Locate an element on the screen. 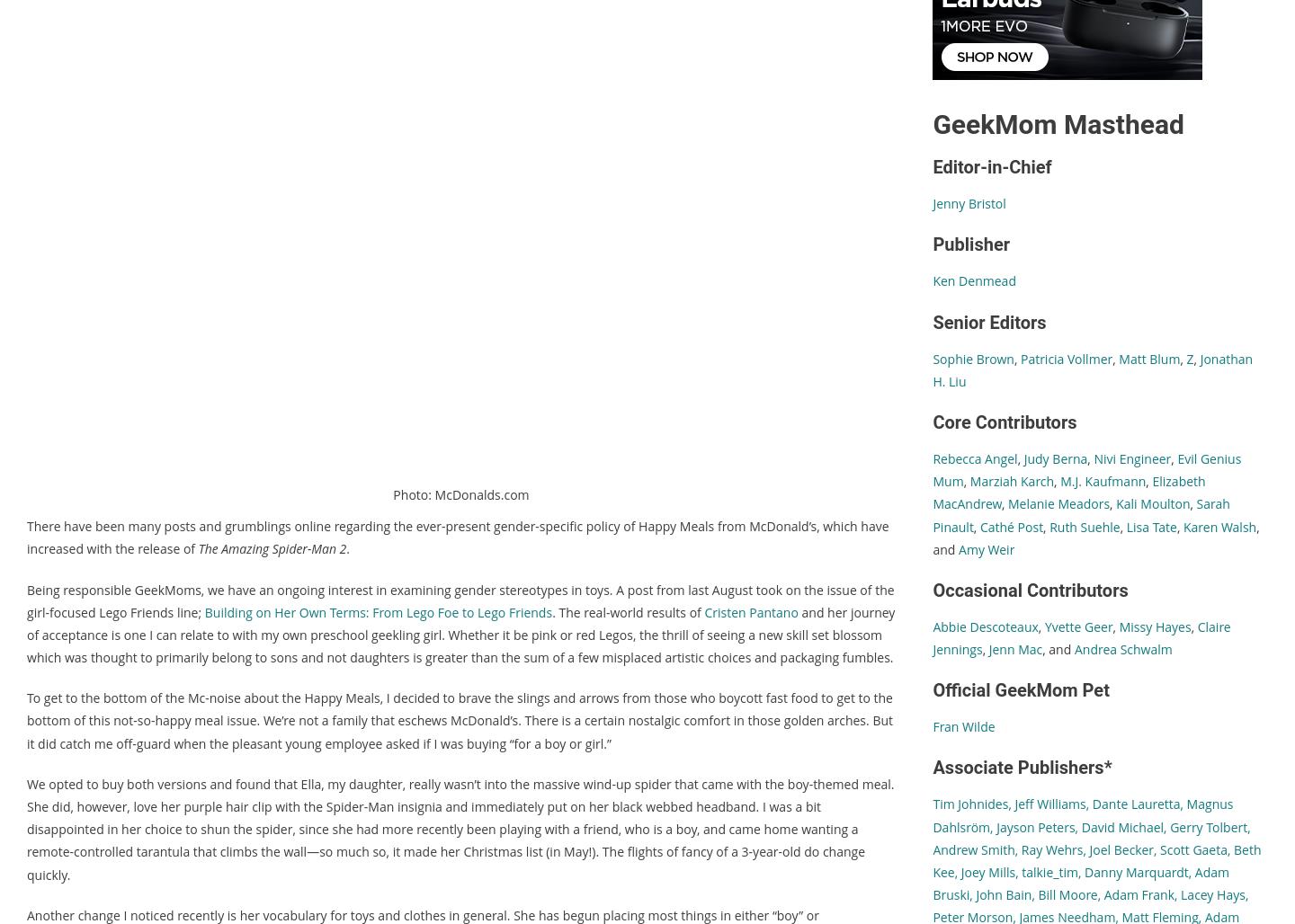  'Official GeekMom Pet' is located at coordinates (1020, 689).